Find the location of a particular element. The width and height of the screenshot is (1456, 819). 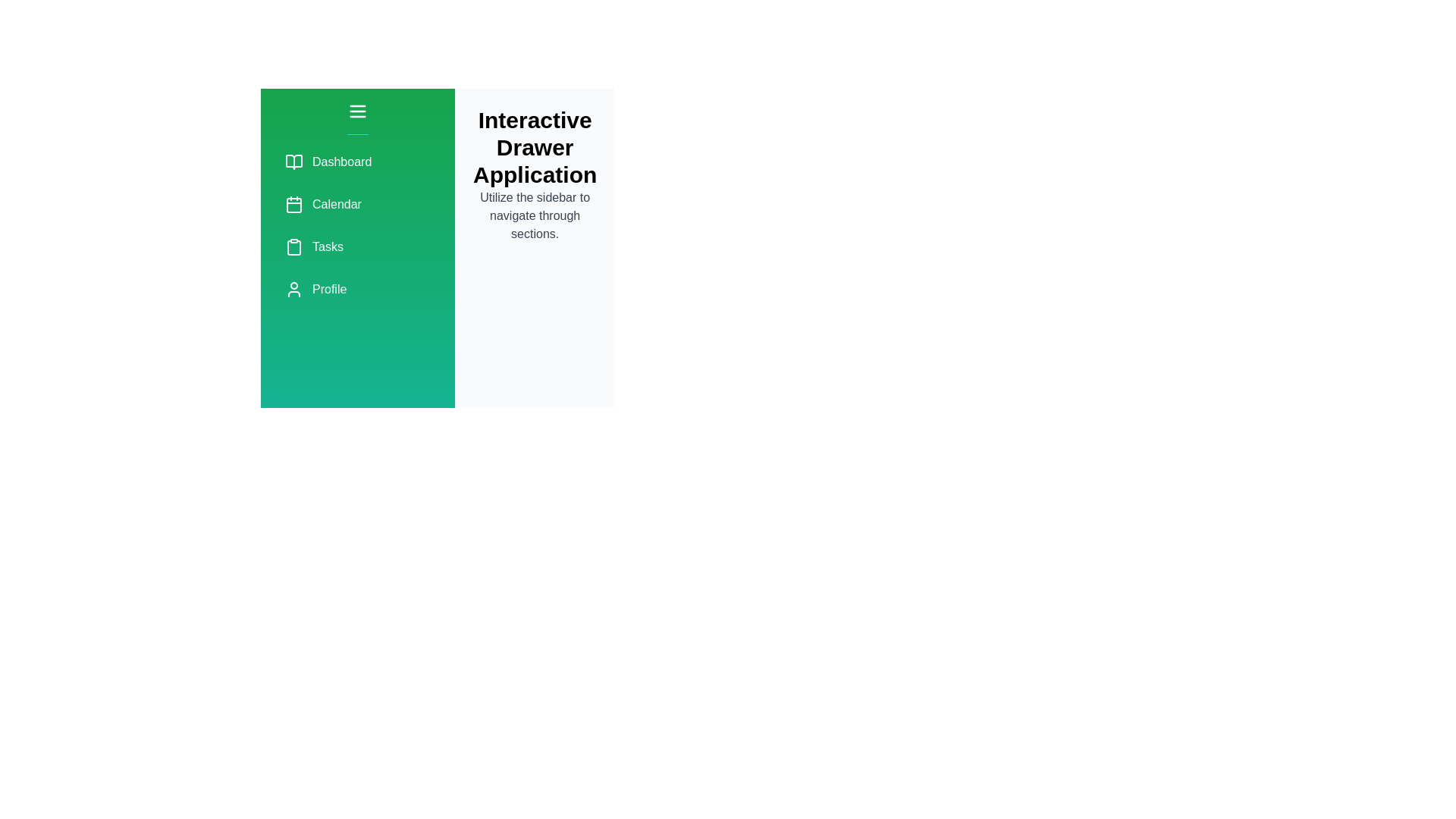

the menu item labeled Tasks to preview its description is located at coordinates (356, 246).